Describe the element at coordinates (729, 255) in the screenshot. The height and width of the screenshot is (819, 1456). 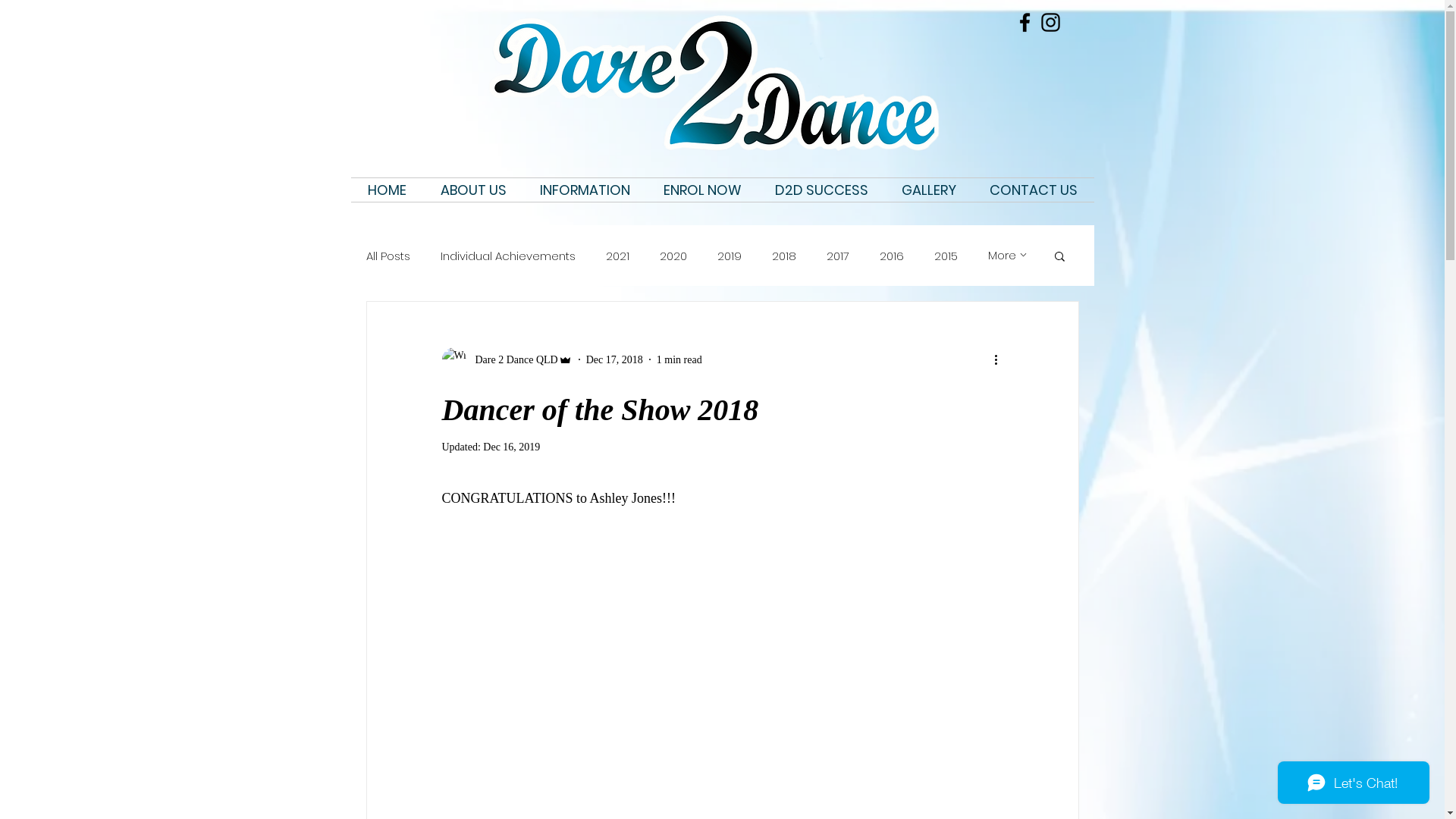
I see `'2019'` at that location.